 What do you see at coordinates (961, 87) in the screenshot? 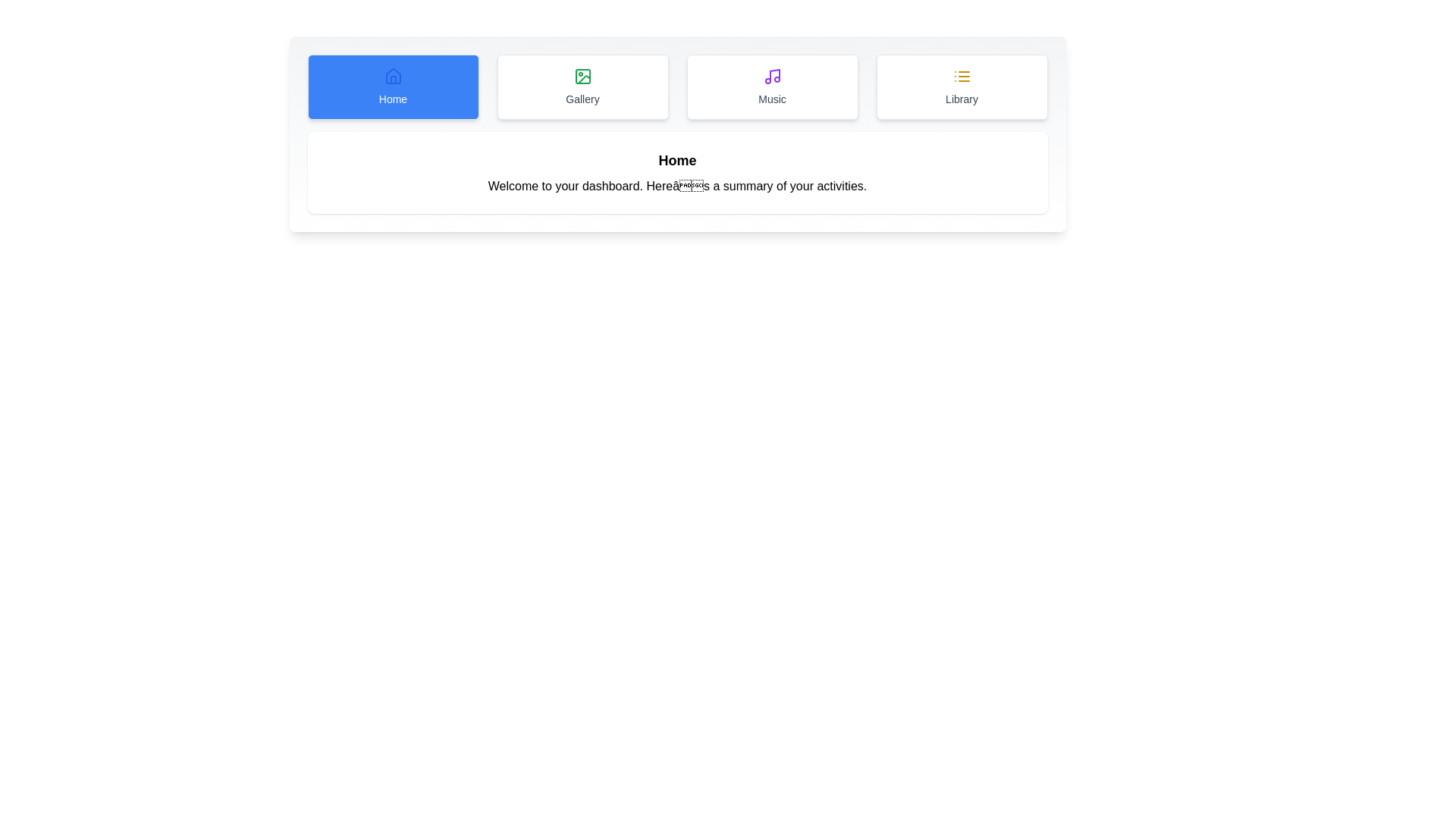
I see `the button labeled Library to observe its hover effect` at bounding box center [961, 87].